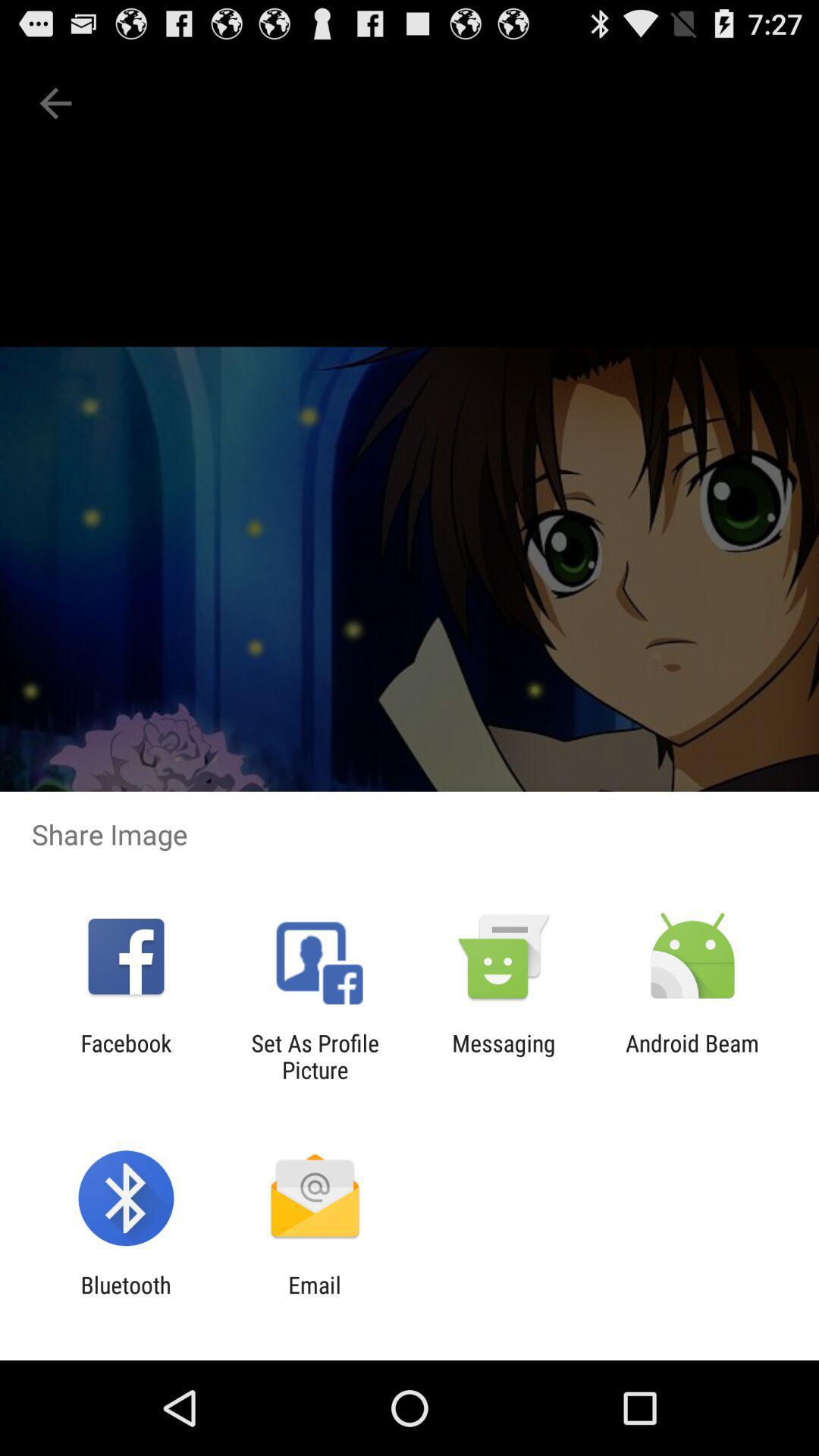 Image resolution: width=819 pixels, height=1456 pixels. I want to click on bluetooth item, so click(125, 1298).